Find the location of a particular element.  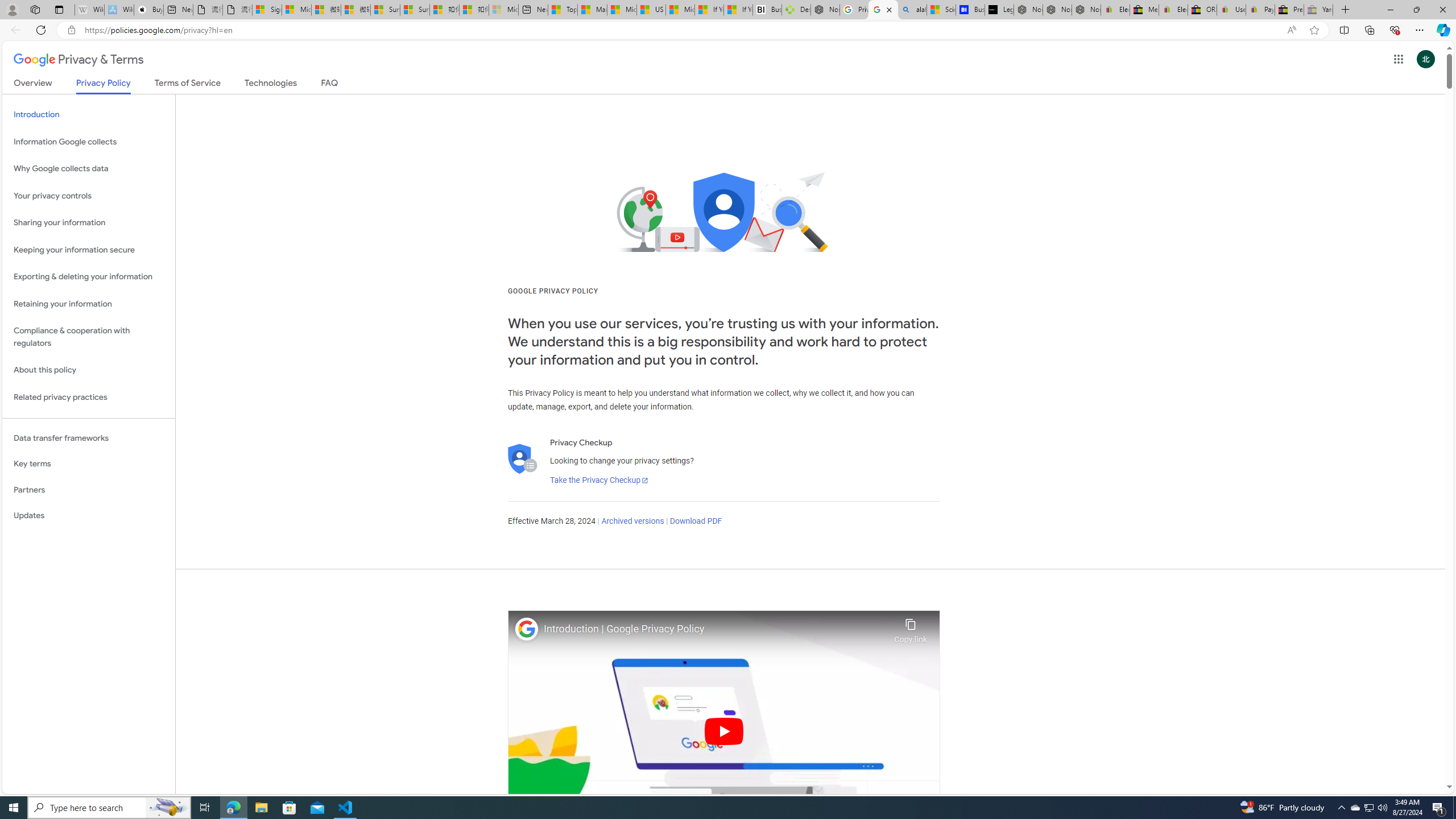

'Take the Privacy Checkup' is located at coordinates (599, 481).